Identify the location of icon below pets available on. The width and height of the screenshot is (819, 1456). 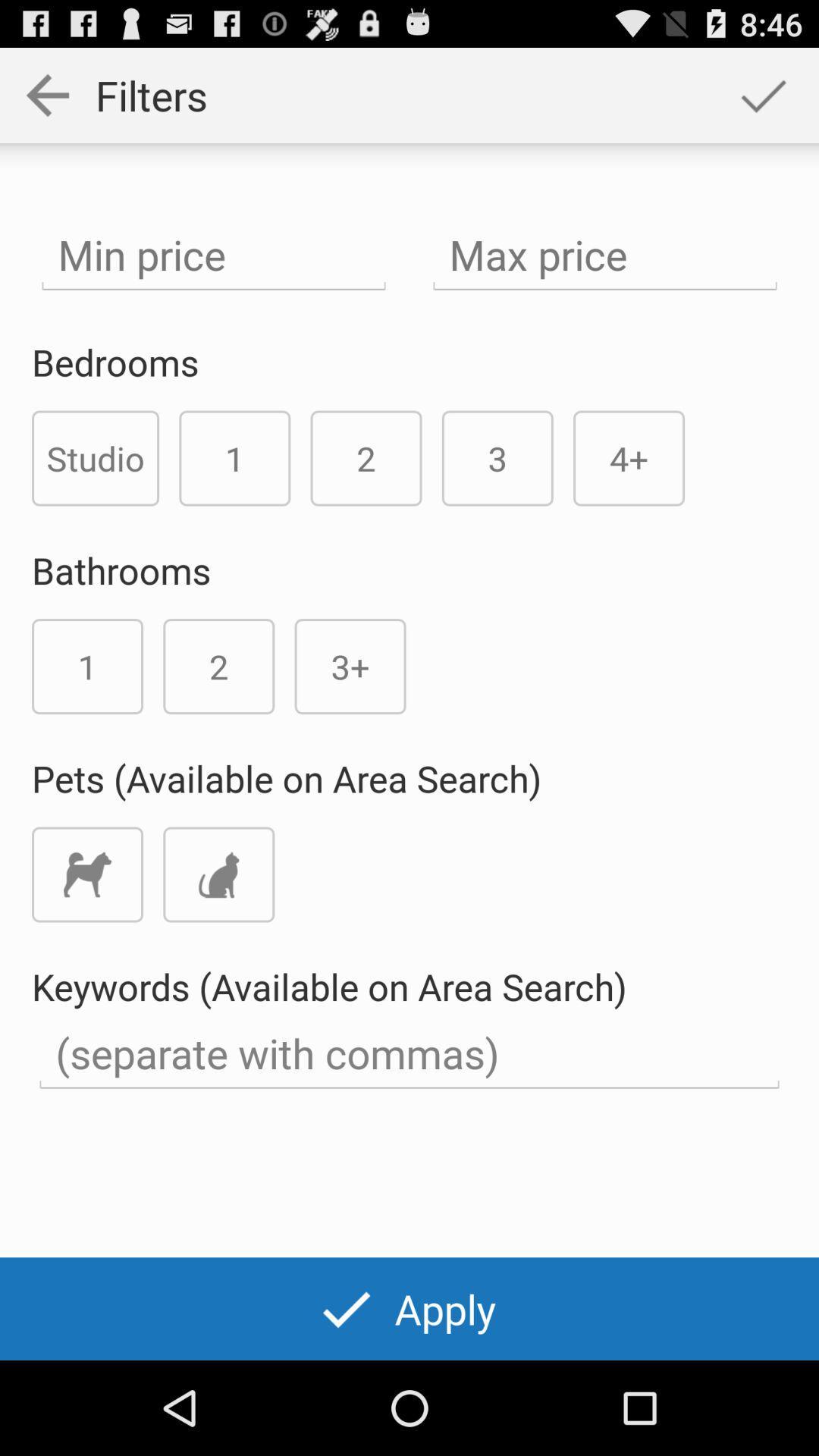
(218, 874).